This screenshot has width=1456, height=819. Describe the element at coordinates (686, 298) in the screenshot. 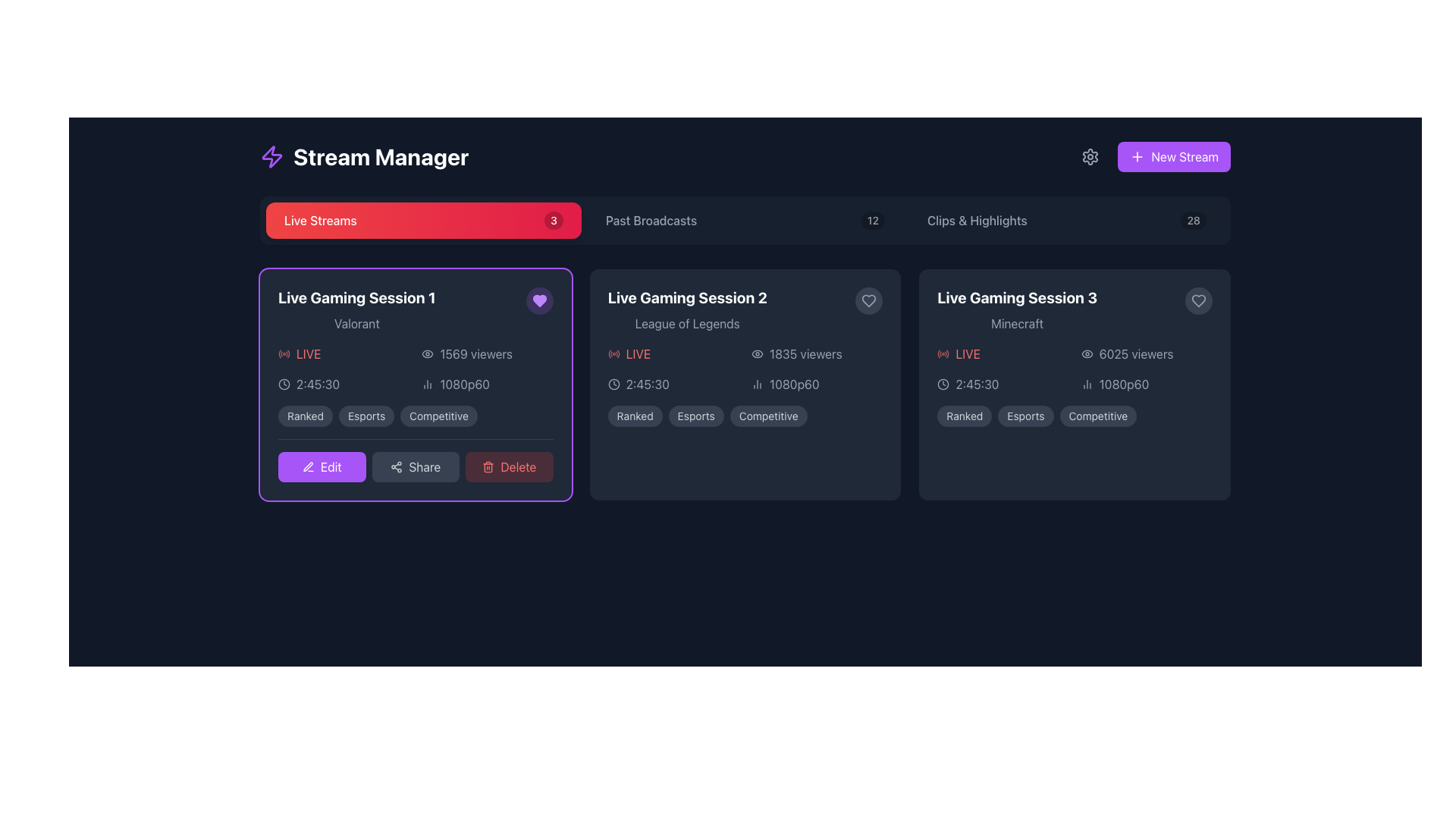

I see `the title text block for the gaming session located in the second card from the left, which is positioned above the smaller gray text reading 'League of Legends'` at that location.